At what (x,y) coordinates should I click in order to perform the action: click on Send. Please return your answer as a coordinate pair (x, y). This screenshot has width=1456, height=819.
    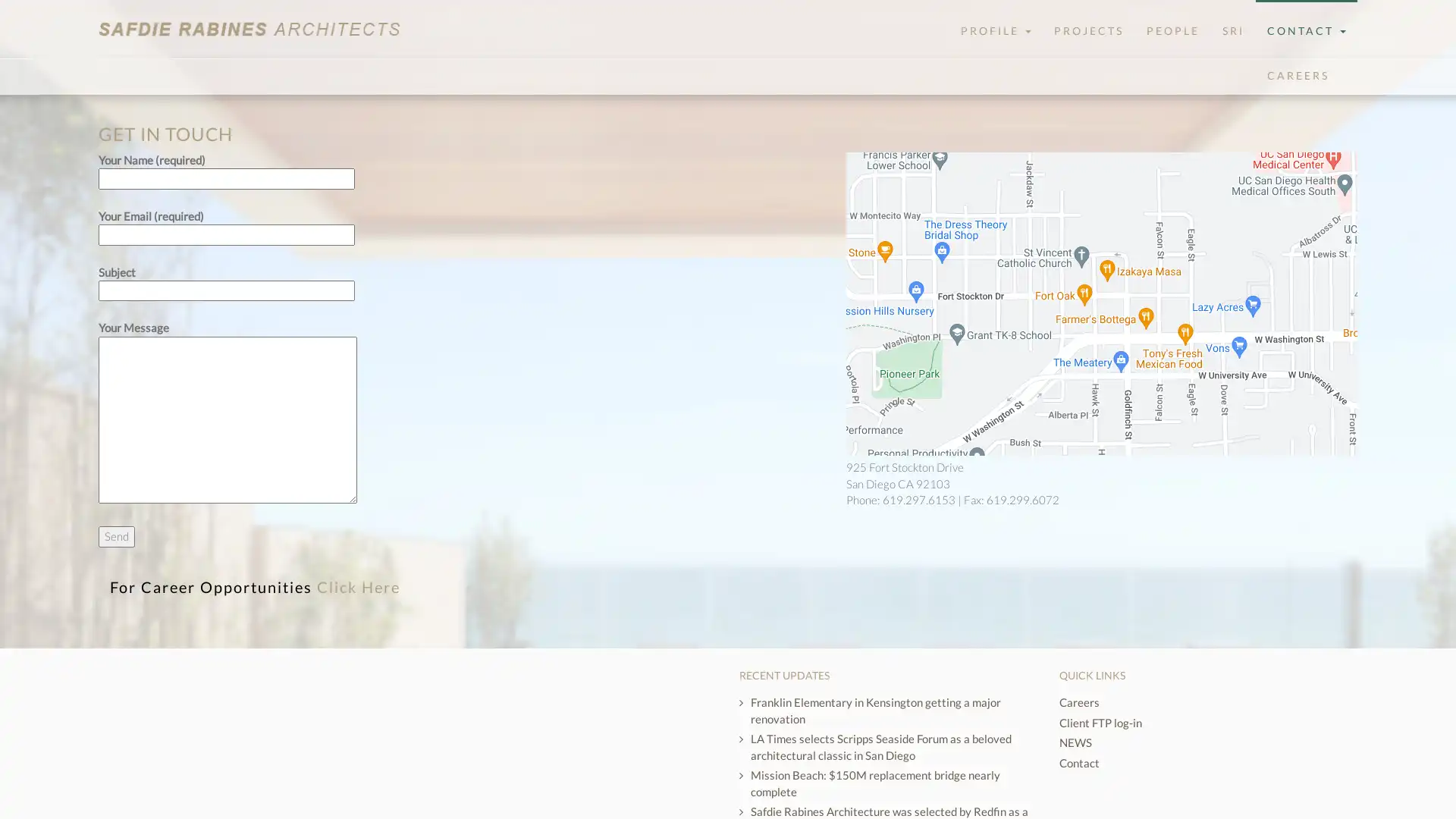
    Looking at the image, I should click on (115, 535).